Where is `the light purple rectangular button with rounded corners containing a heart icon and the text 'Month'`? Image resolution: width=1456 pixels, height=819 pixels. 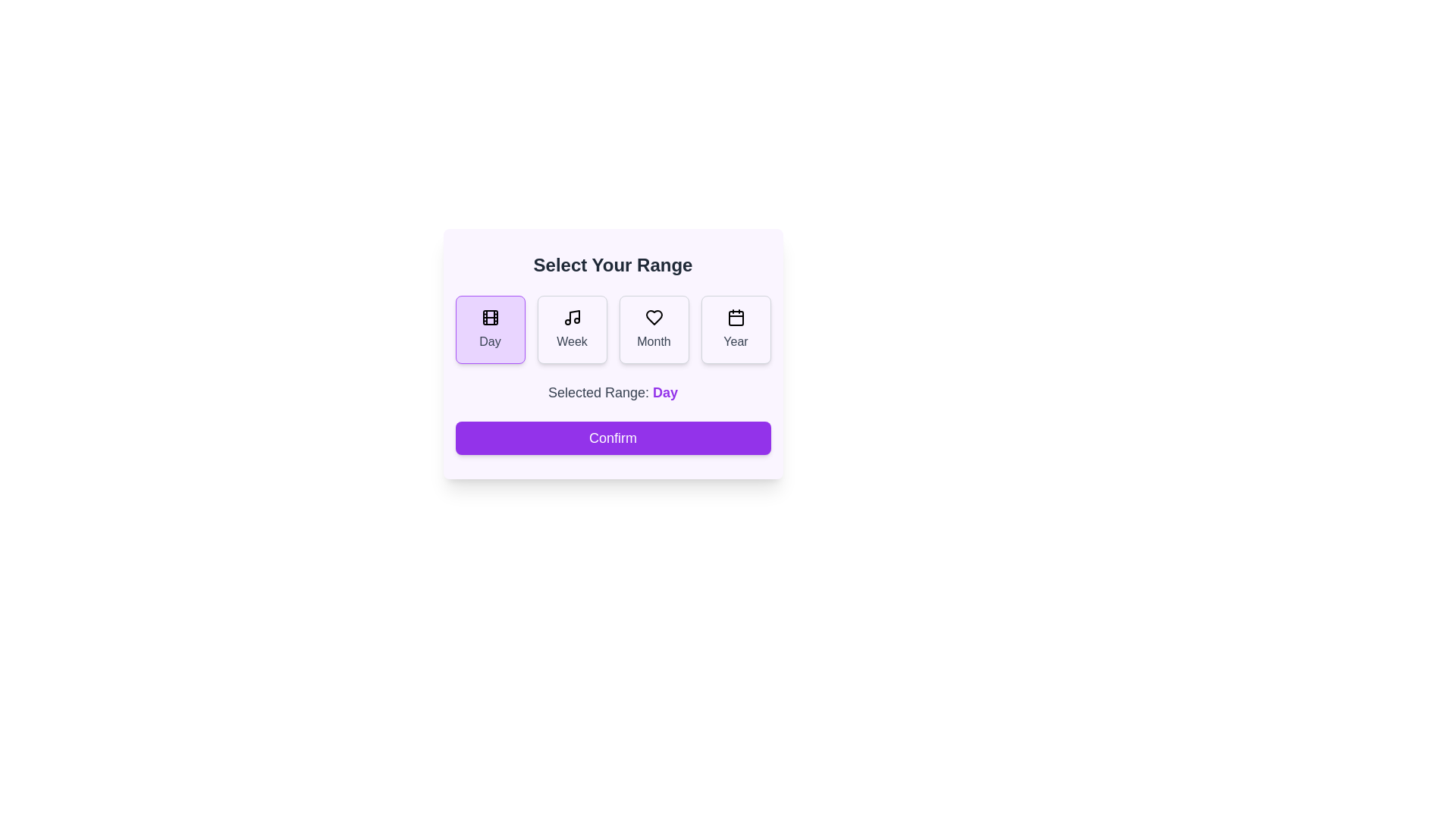
the light purple rectangular button with rounded corners containing a heart icon and the text 'Month' is located at coordinates (654, 329).